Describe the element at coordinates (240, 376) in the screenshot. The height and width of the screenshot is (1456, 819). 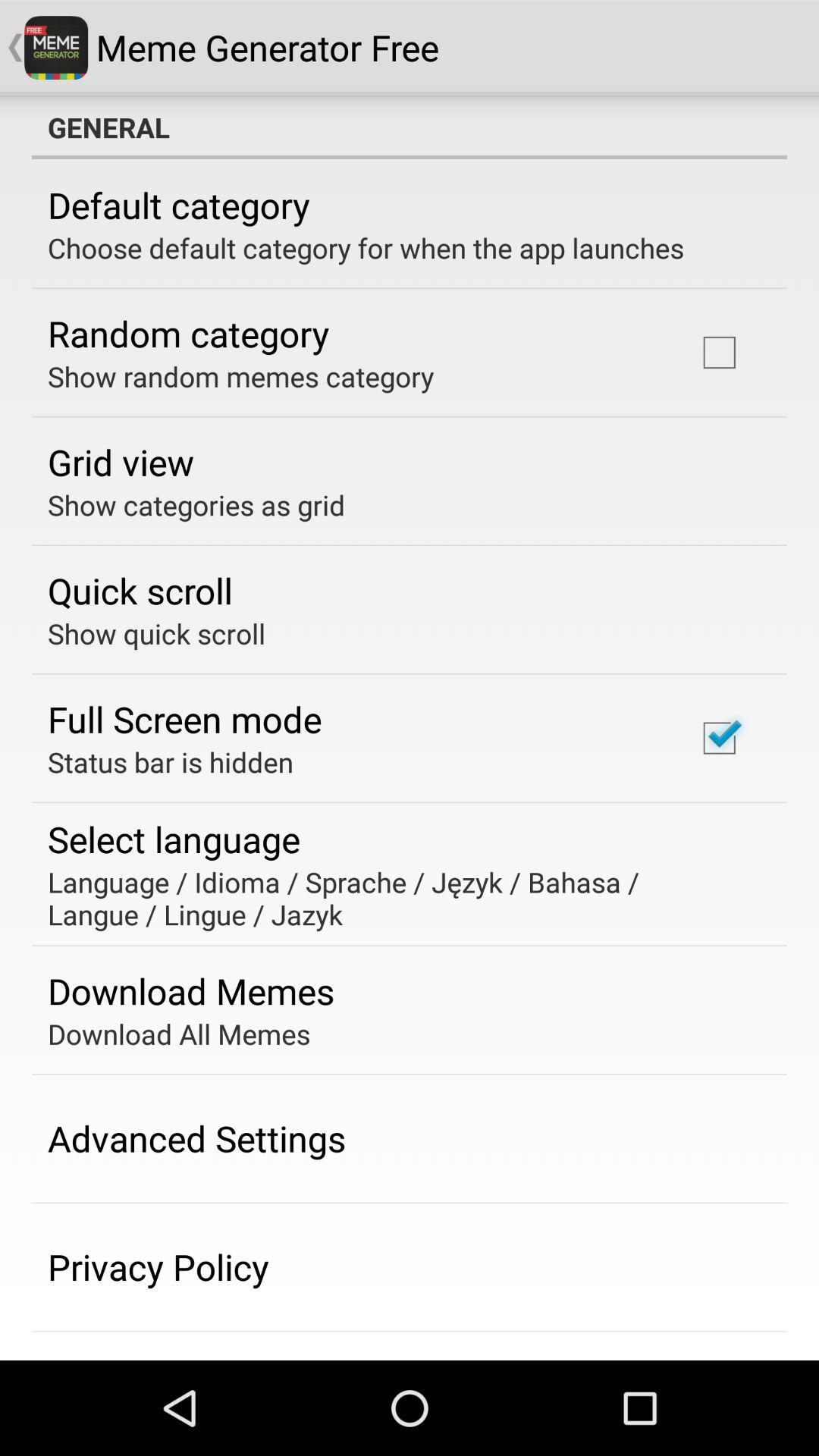
I see `the show random memes item` at that location.